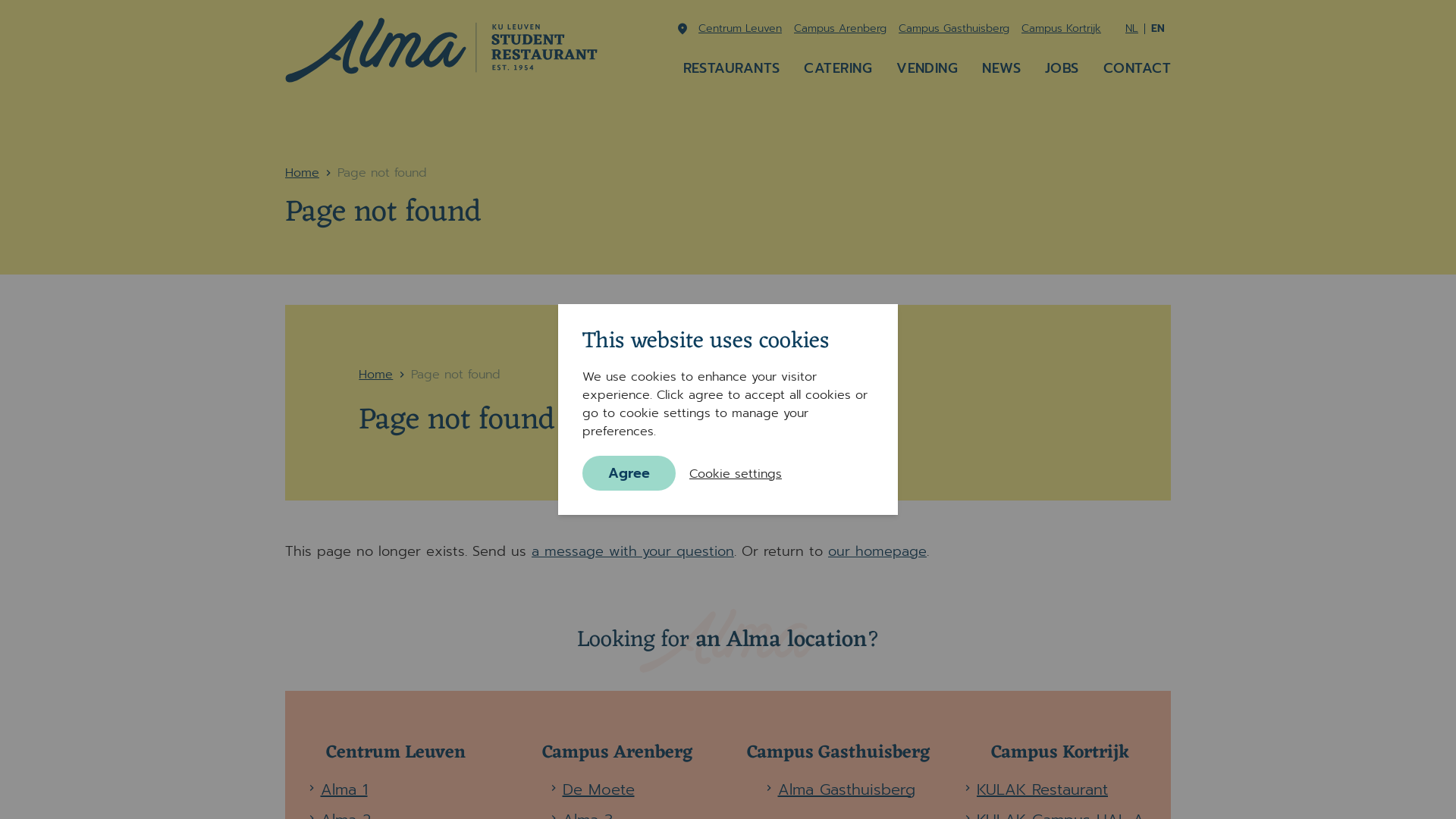 Image resolution: width=1456 pixels, height=819 pixels. Describe the element at coordinates (952, 28) in the screenshot. I see `'Campus Gasthuisberg'` at that location.